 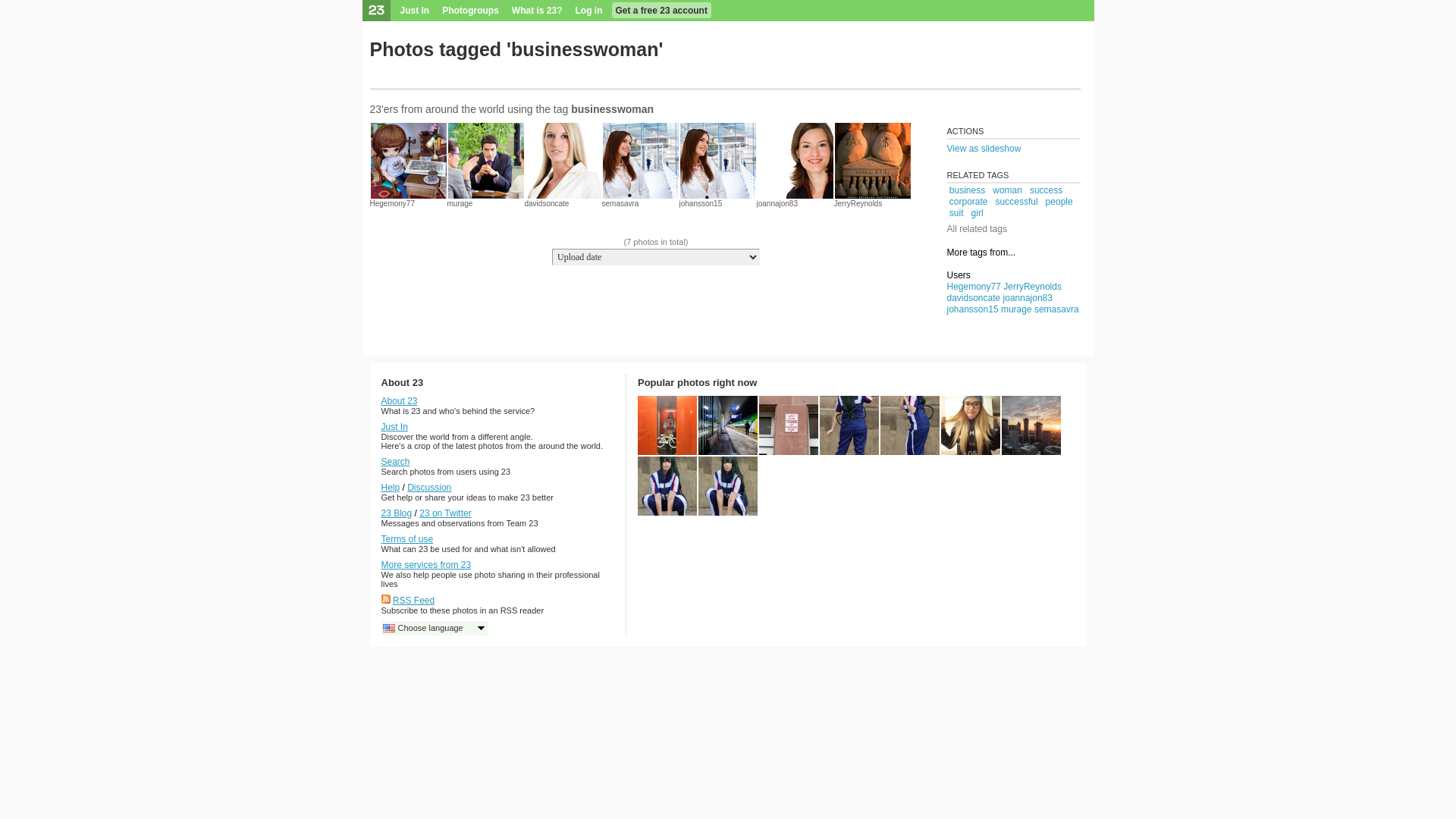 What do you see at coordinates (976, 228) in the screenshot?
I see `'All related tags'` at bounding box center [976, 228].